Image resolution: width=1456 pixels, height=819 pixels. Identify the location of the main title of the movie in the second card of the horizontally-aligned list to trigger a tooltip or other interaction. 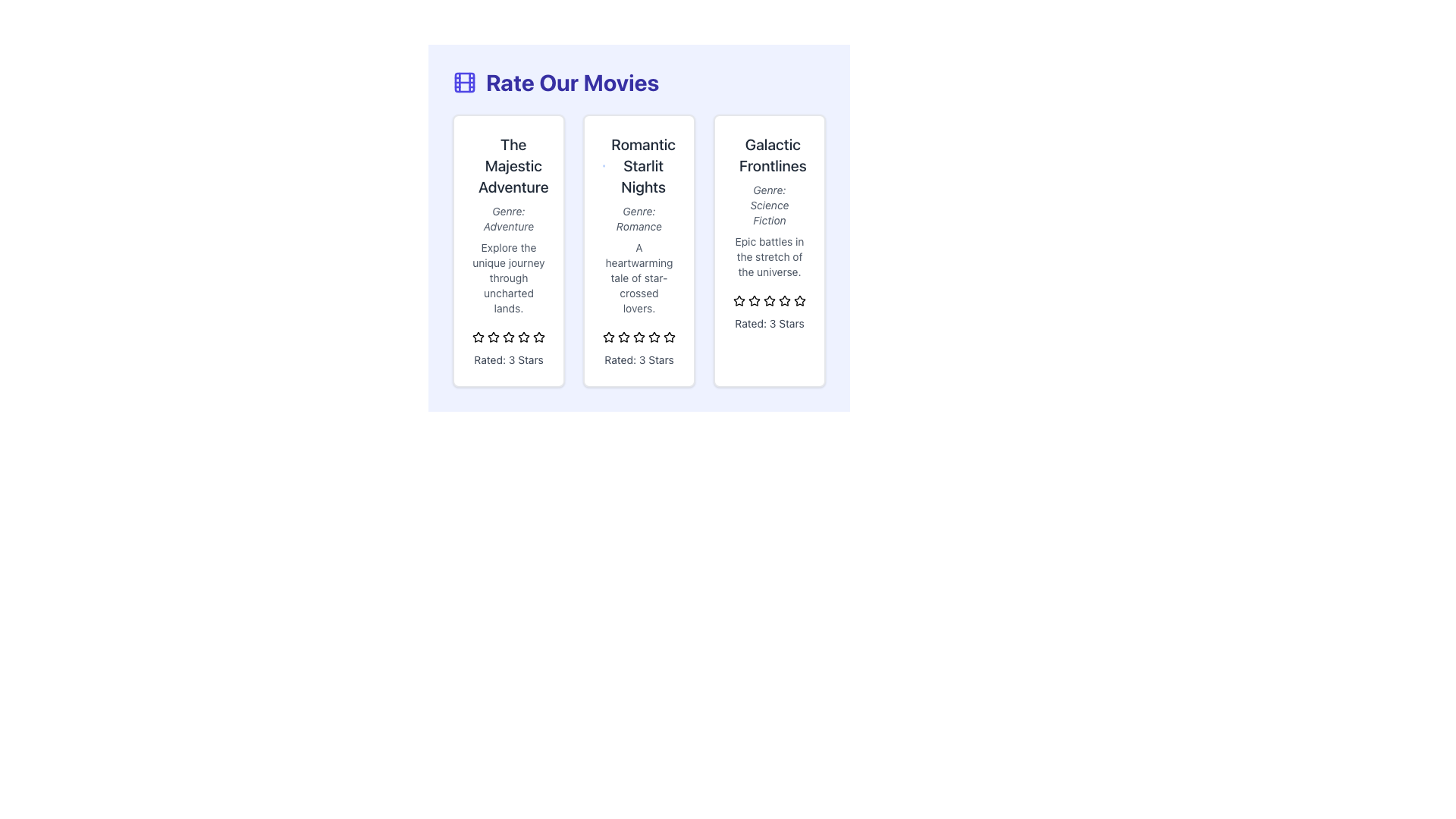
(639, 166).